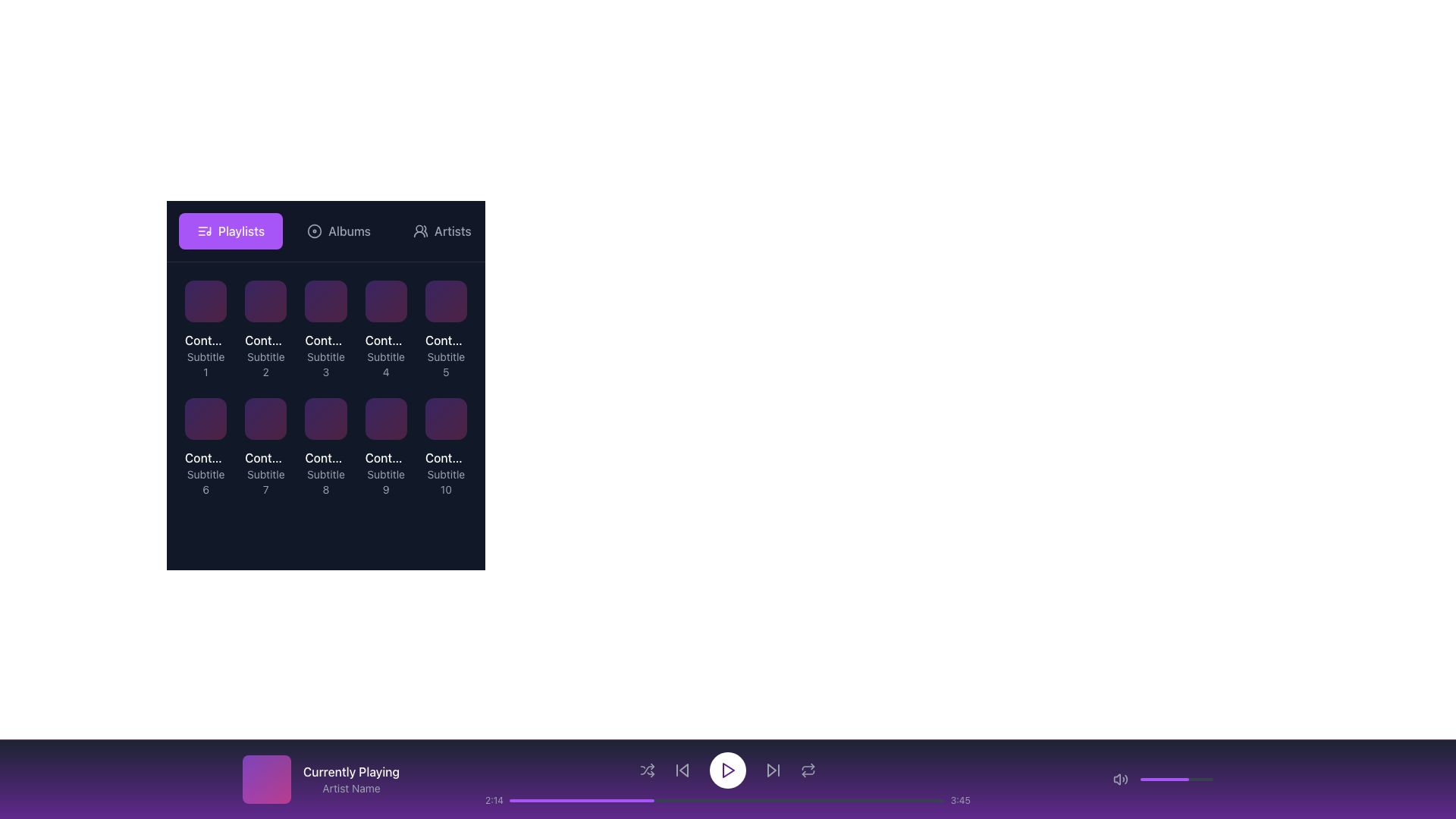  Describe the element at coordinates (445, 447) in the screenshot. I see `the Play Button SVG Icon located at the center of the overlay on the 10th card labeled 'Cont... Subtitle 10'` at that location.